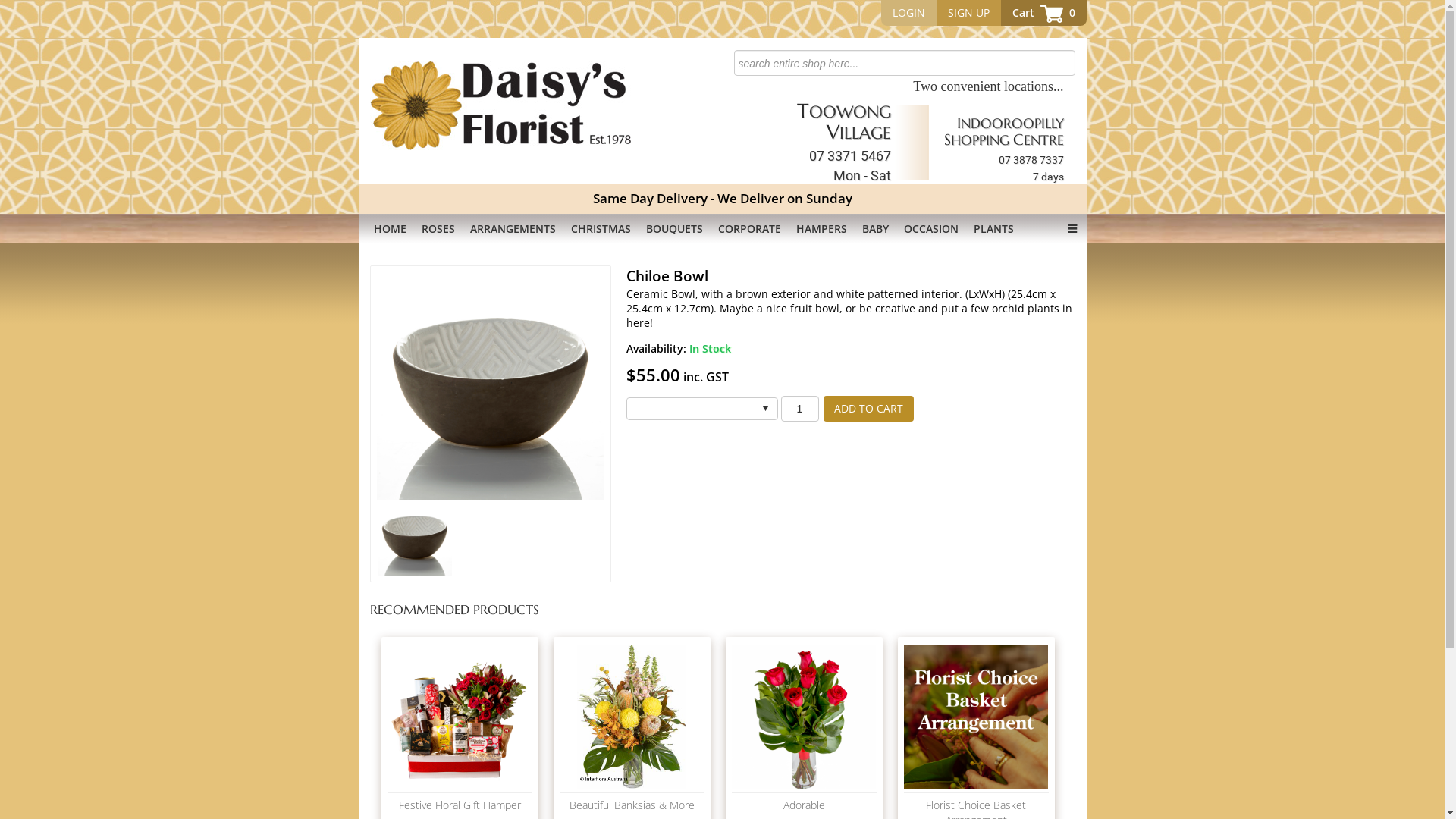  I want to click on 'ARRANGEMENTS', so click(461, 228).